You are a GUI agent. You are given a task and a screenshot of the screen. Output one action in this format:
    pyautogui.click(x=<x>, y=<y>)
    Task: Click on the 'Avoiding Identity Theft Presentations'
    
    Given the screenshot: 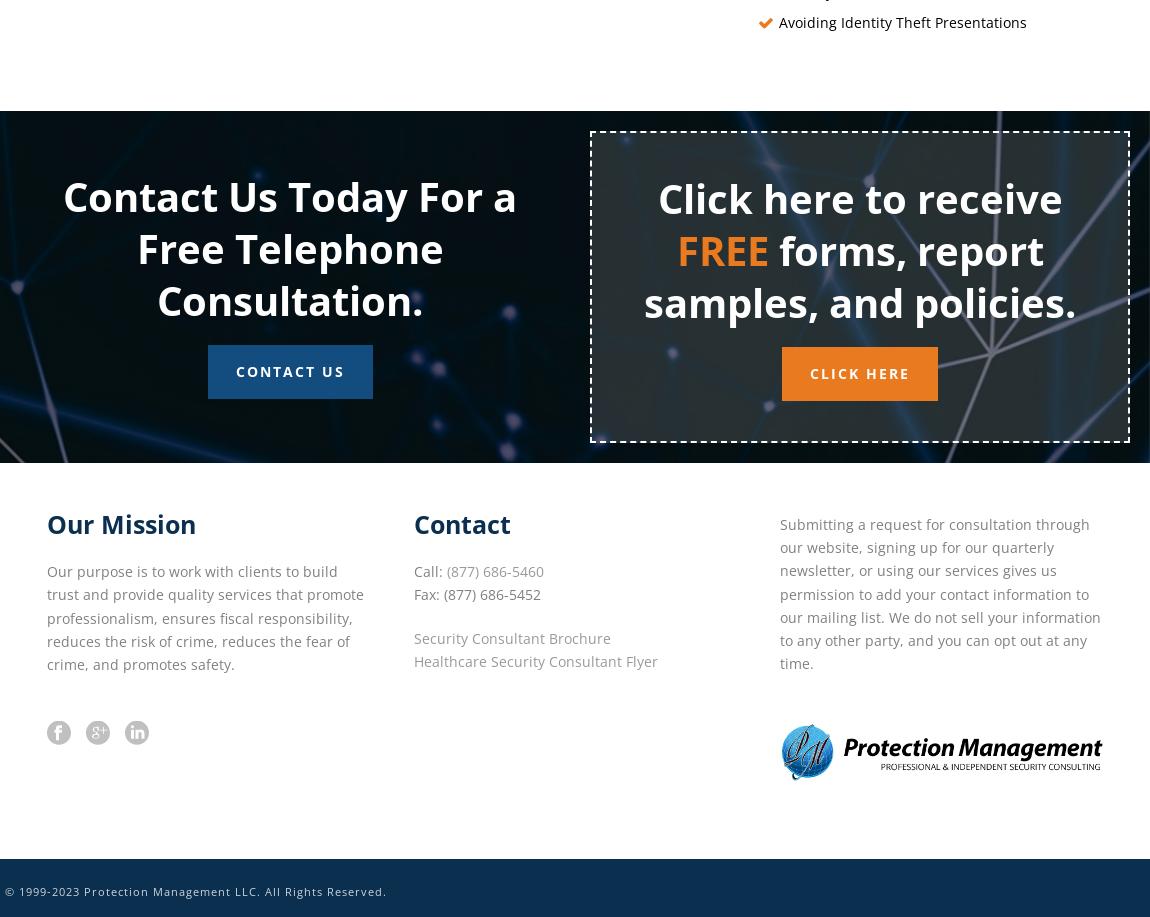 What is the action you would take?
    pyautogui.click(x=902, y=21)
    